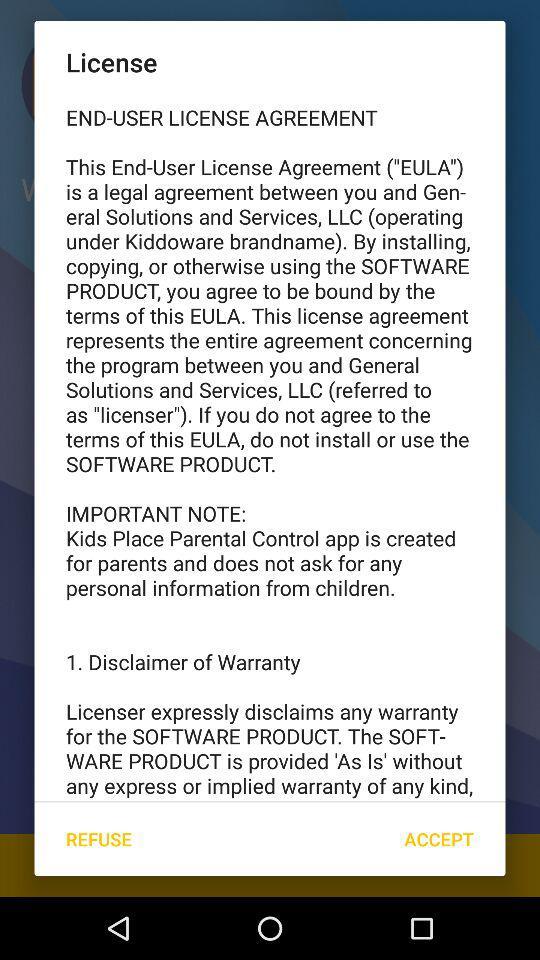  Describe the element at coordinates (438, 839) in the screenshot. I see `accept` at that location.